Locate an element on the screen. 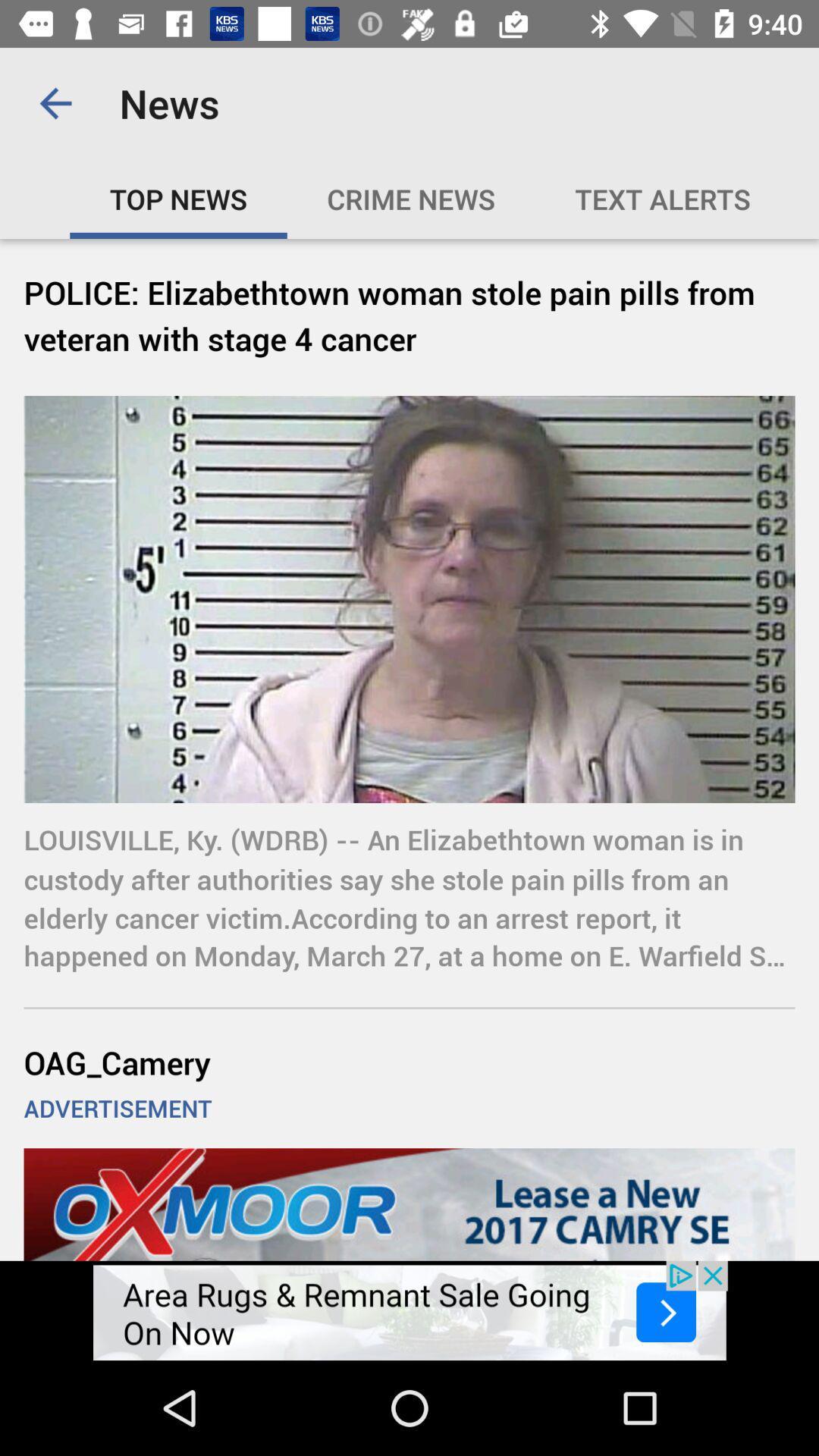 The width and height of the screenshot is (819, 1456). advertisement image is located at coordinates (409, 1310).